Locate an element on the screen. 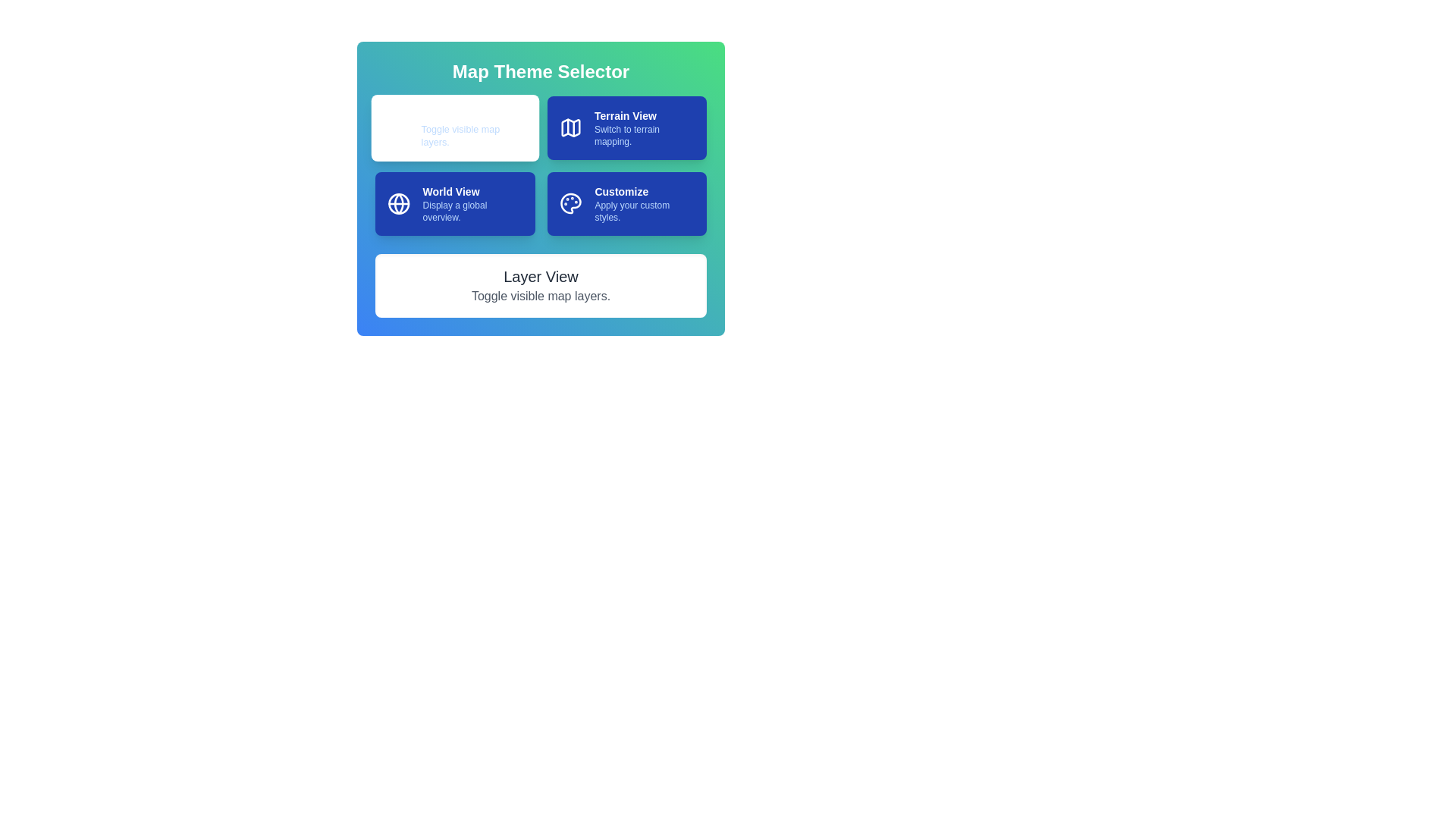 This screenshot has width=1456, height=819. the 'Customize' text-label component located within the blue rectangular button in the 'Map Theme Selector' interface is located at coordinates (645, 203).